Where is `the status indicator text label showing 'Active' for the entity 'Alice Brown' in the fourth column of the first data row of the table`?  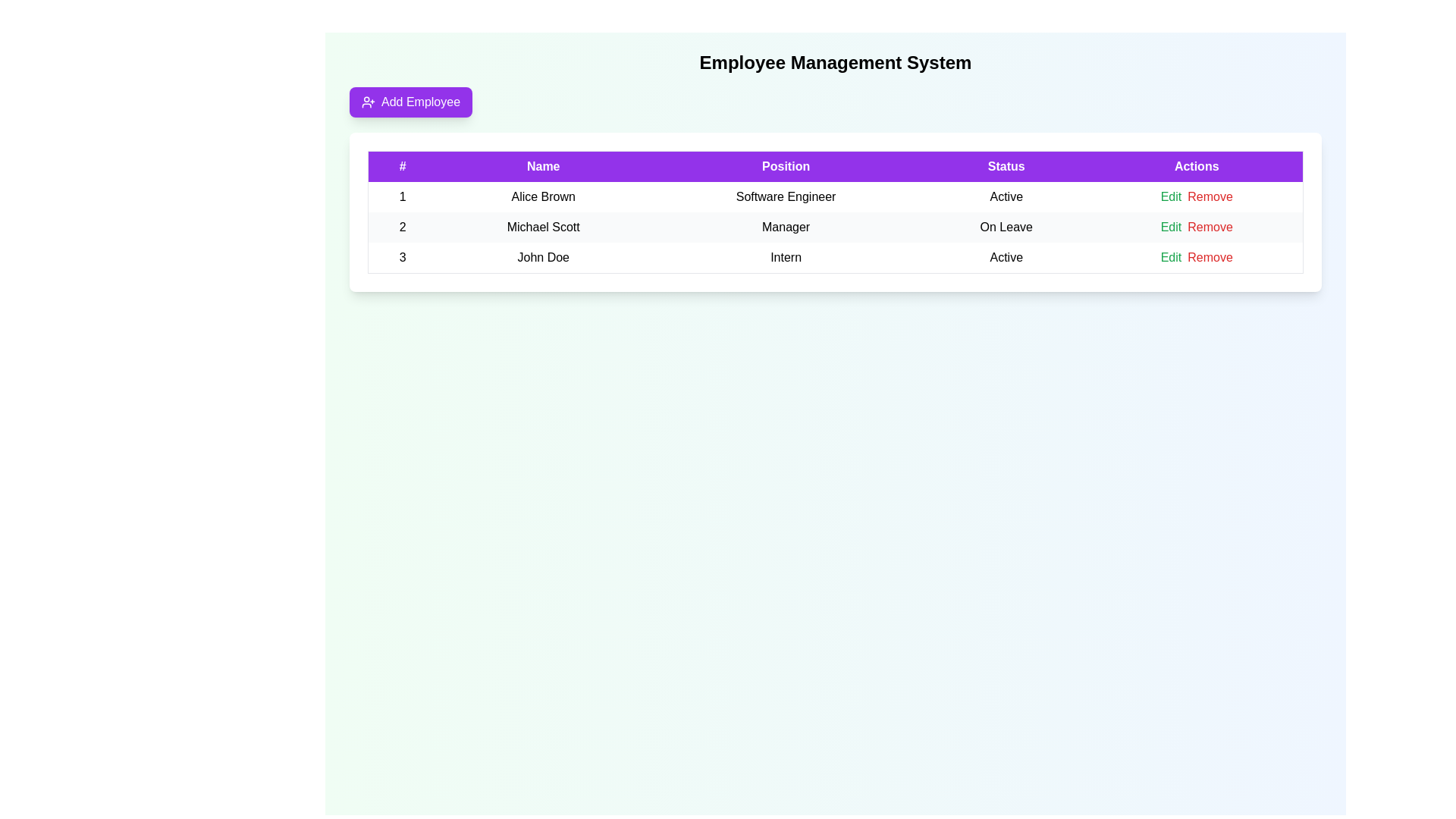 the status indicator text label showing 'Active' for the entity 'Alice Brown' in the fourth column of the first data row of the table is located at coordinates (1006, 196).